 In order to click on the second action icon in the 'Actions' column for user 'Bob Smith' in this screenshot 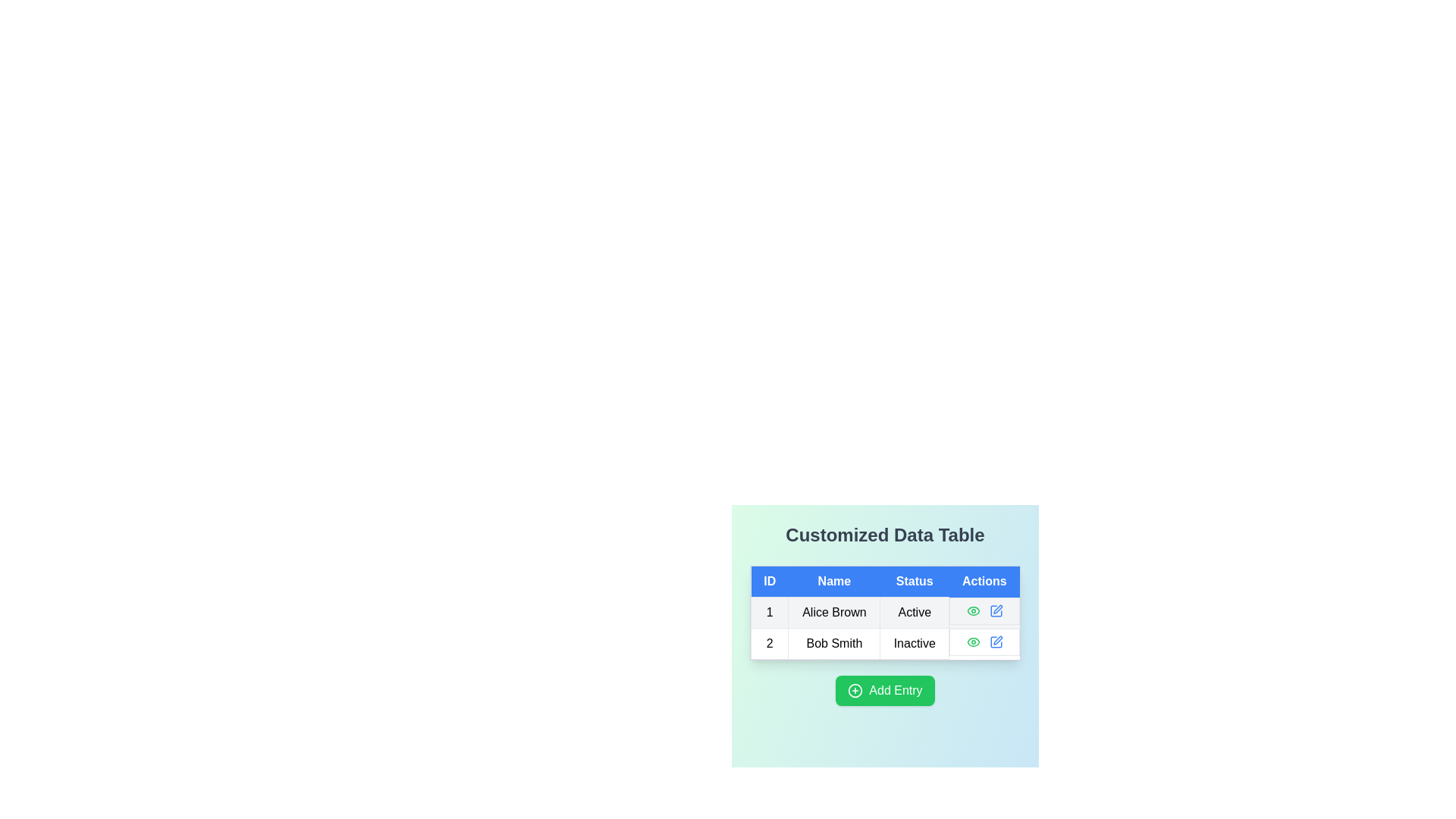, I will do `click(997, 608)`.